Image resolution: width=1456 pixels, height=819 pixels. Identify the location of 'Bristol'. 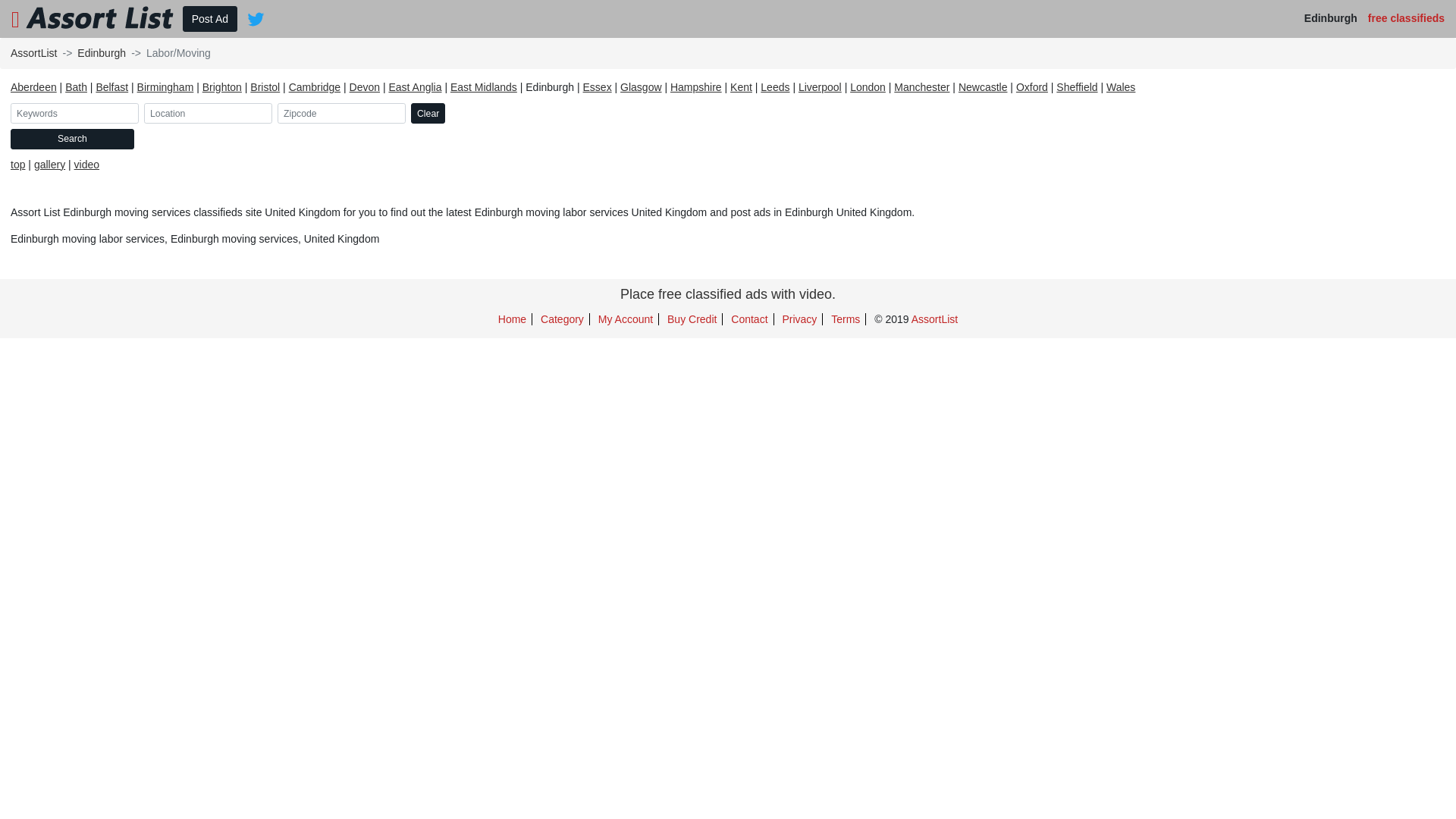
(265, 87).